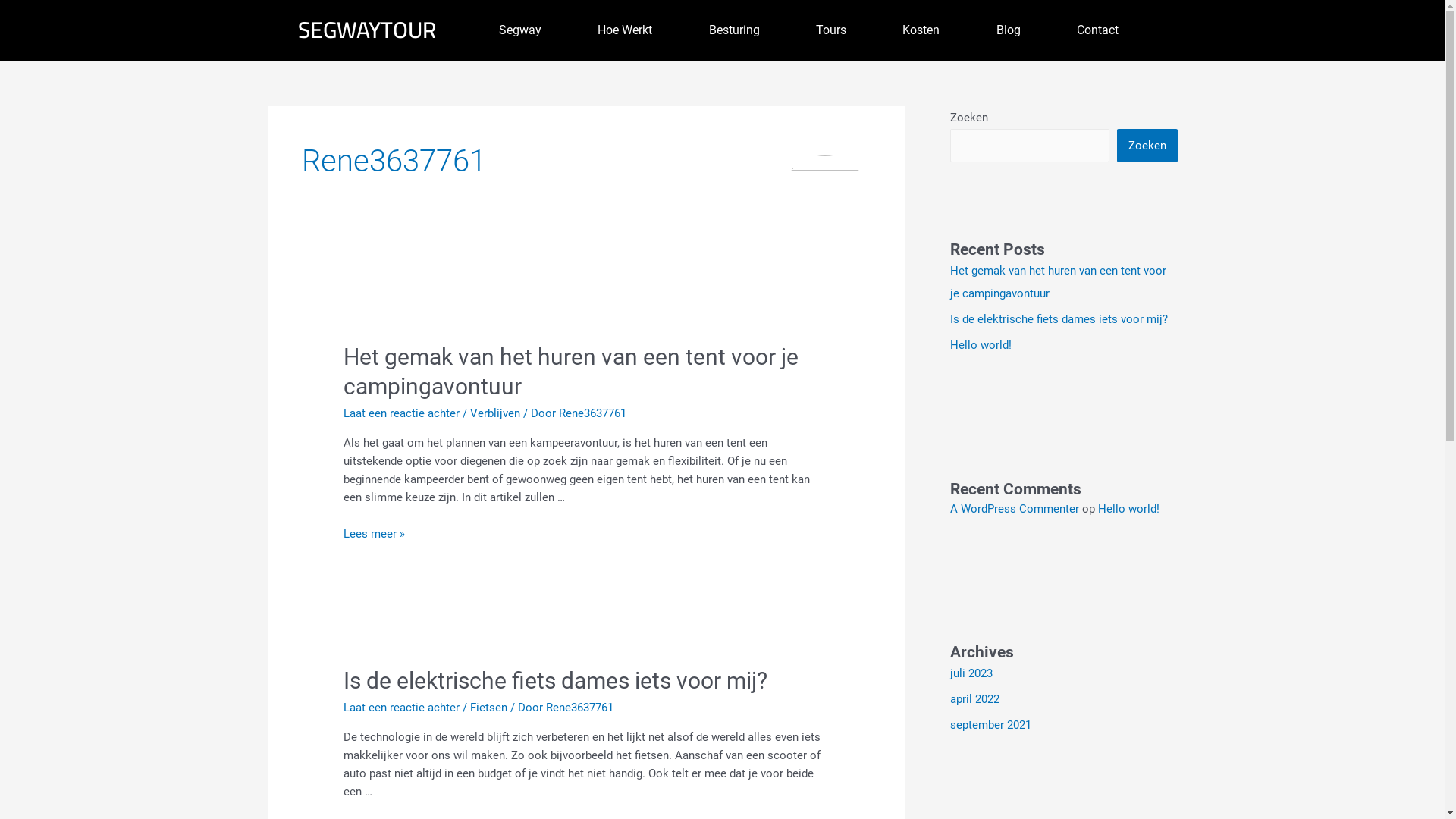  I want to click on 'A WordPress Commenter', so click(1014, 509).